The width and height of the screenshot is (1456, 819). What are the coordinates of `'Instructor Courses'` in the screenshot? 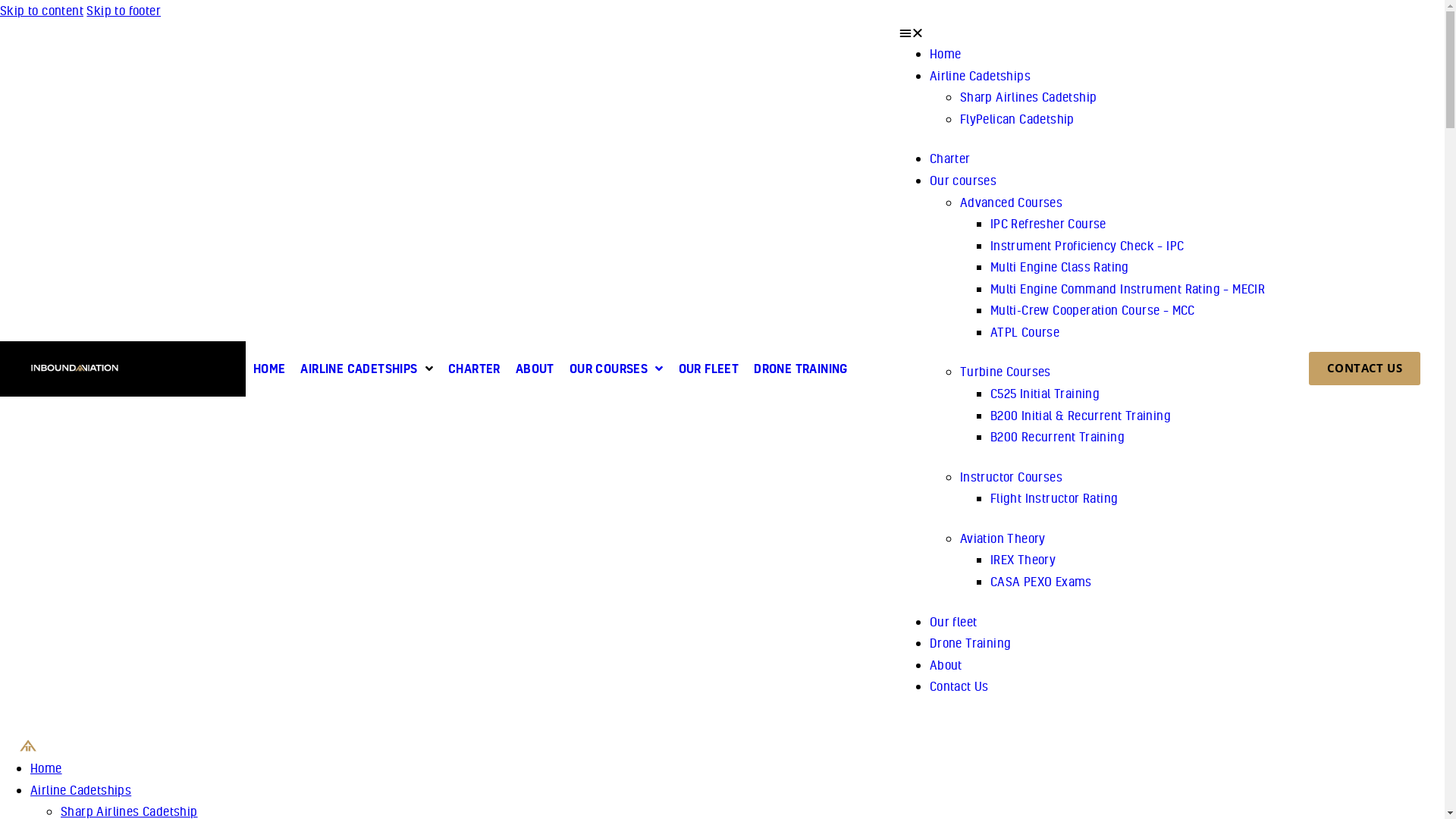 It's located at (1011, 475).